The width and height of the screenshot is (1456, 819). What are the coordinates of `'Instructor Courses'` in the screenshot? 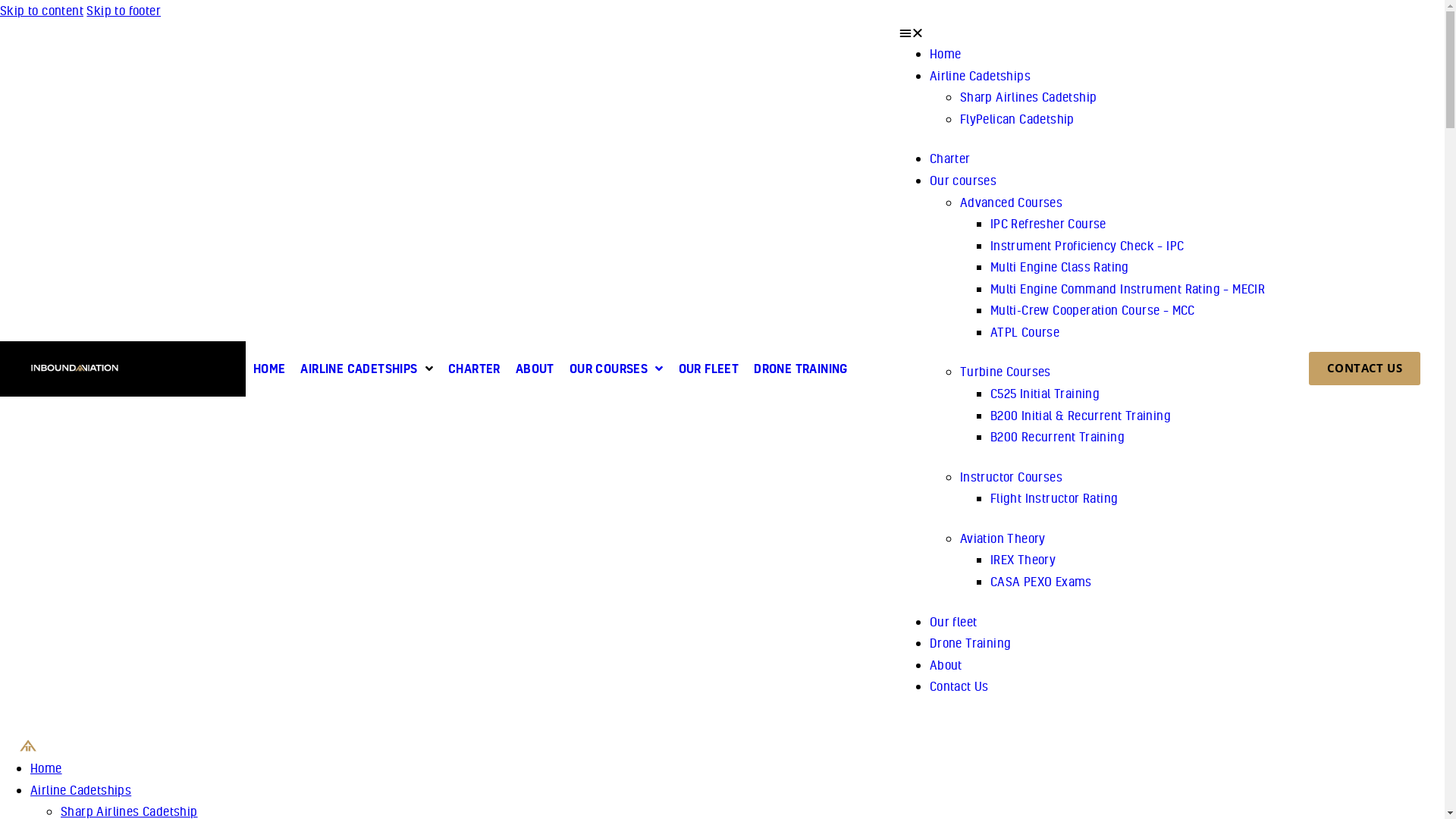 It's located at (1011, 475).